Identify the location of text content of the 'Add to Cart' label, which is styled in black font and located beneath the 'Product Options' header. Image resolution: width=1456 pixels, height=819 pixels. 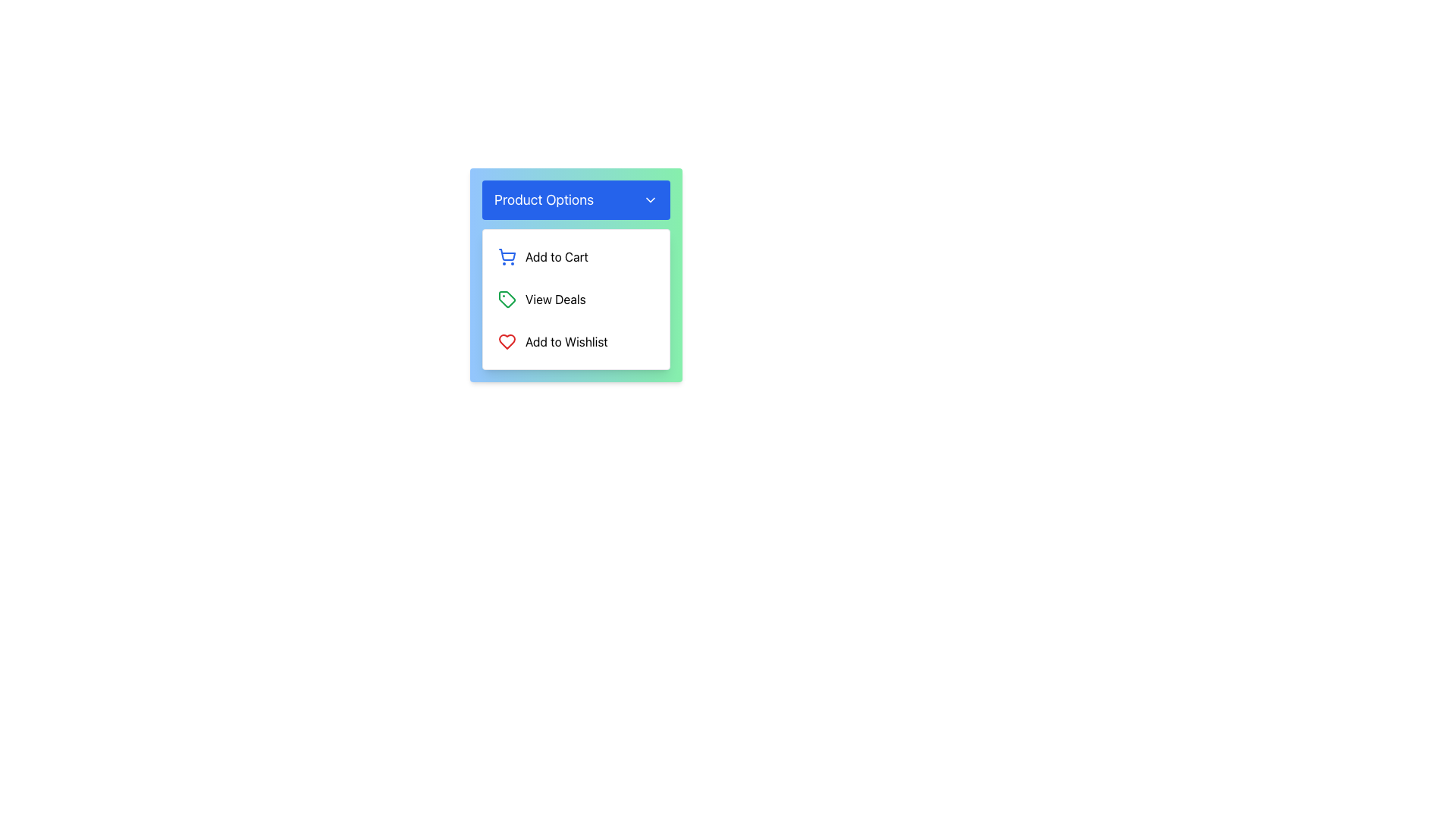
(556, 256).